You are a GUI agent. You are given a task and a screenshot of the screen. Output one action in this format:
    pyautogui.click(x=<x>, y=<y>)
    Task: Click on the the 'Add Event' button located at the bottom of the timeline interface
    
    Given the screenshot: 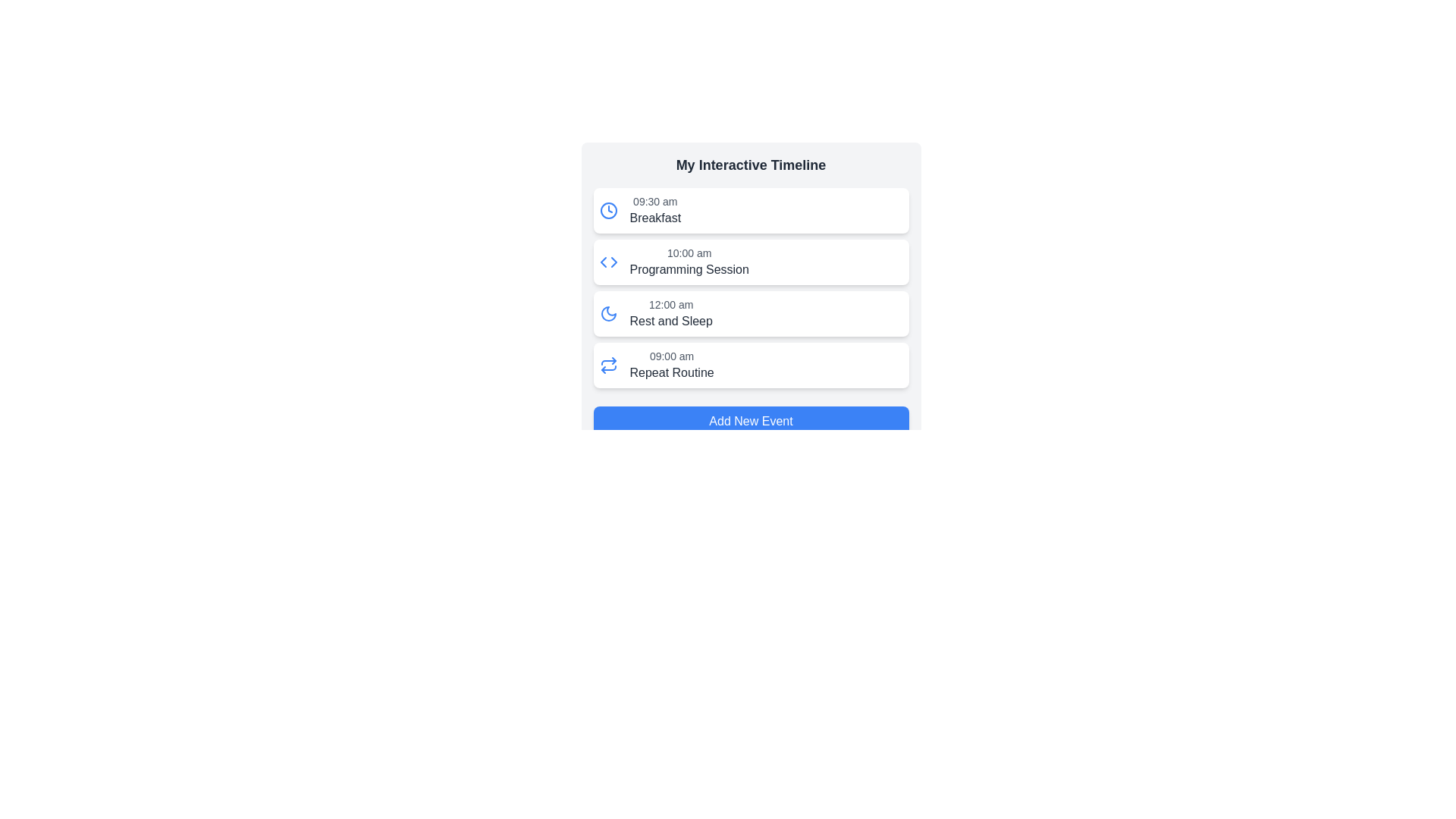 What is the action you would take?
    pyautogui.click(x=751, y=421)
    